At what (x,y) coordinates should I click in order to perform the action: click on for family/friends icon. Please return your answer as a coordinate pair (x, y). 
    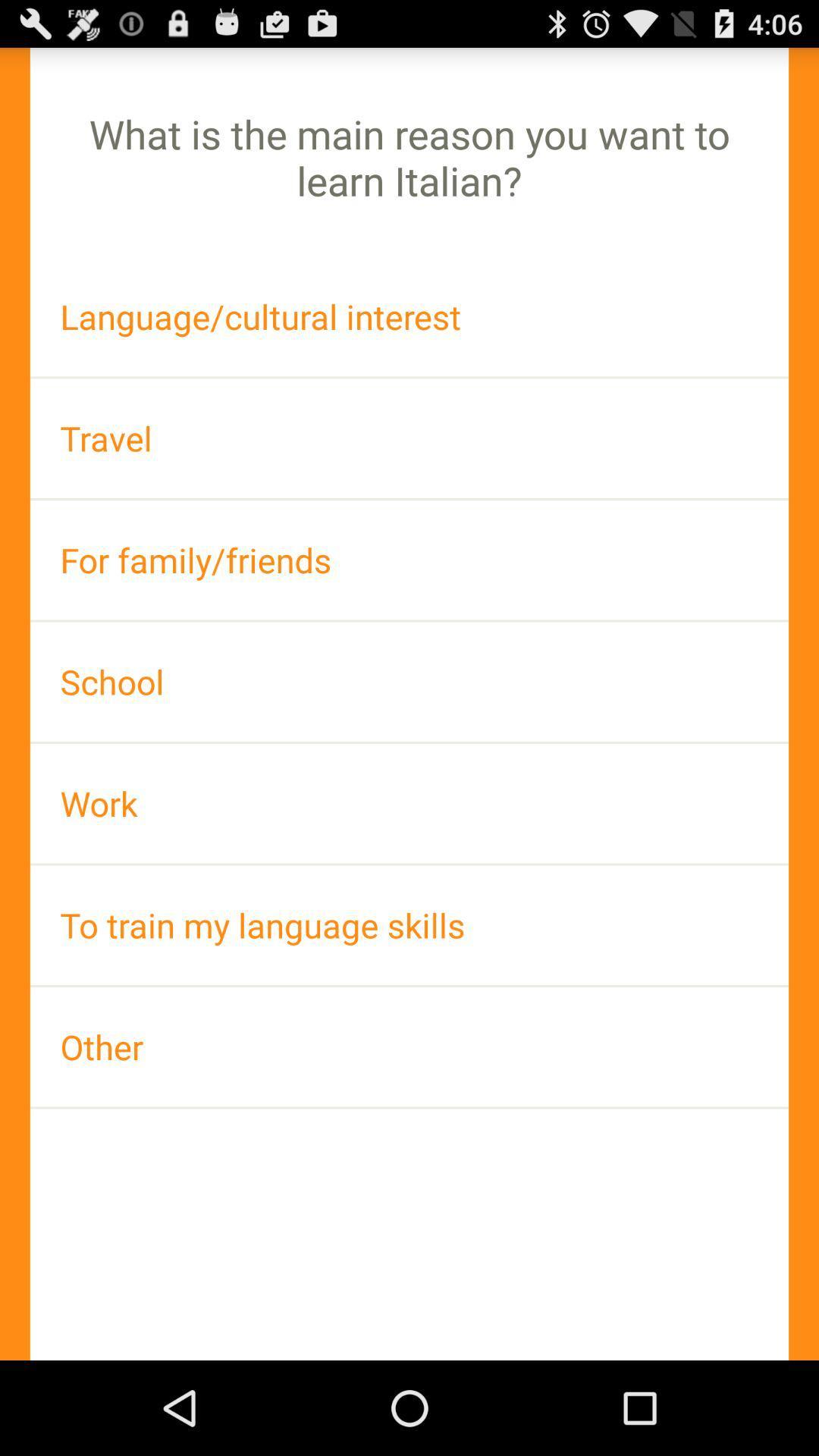
    Looking at the image, I should click on (409, 559).